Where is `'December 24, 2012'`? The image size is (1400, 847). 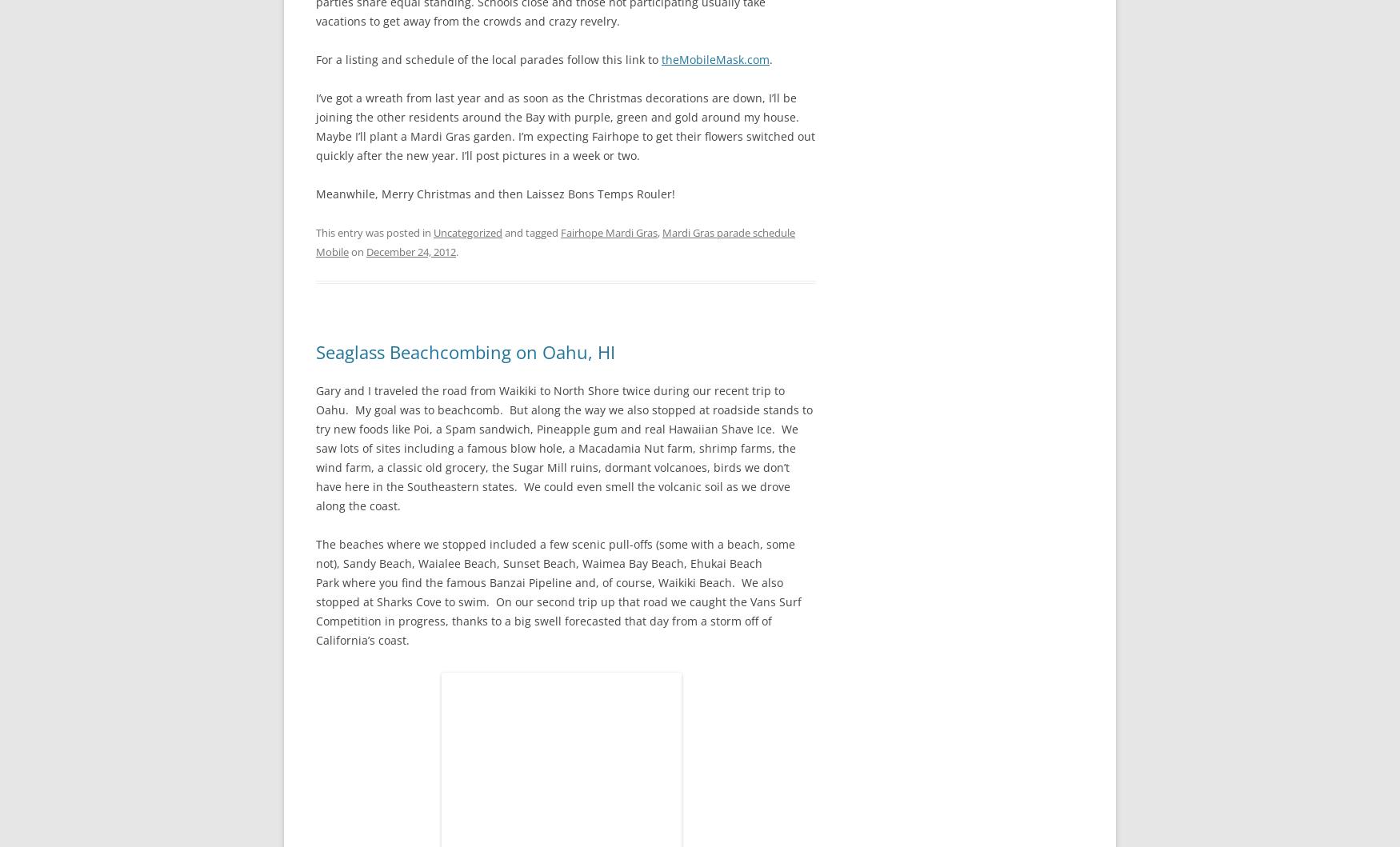 'December 24, 2012' is located at coordinates (410, 250).